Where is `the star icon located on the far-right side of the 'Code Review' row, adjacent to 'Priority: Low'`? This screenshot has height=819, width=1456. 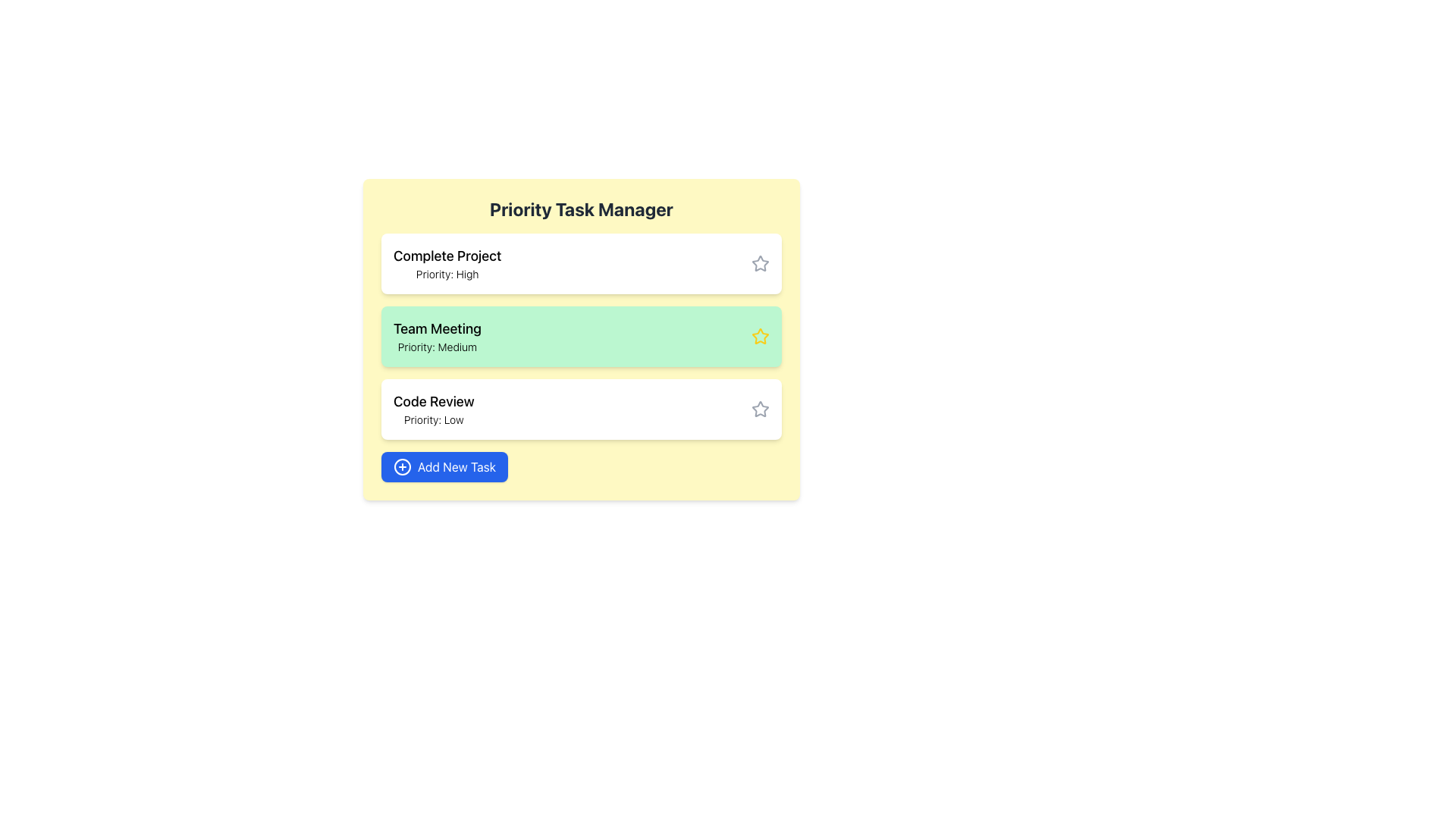
the star icon located on the far-right side of the 'Code Review' row, adjacent to 'Priority: Low' is located at coordinates (761, 409).